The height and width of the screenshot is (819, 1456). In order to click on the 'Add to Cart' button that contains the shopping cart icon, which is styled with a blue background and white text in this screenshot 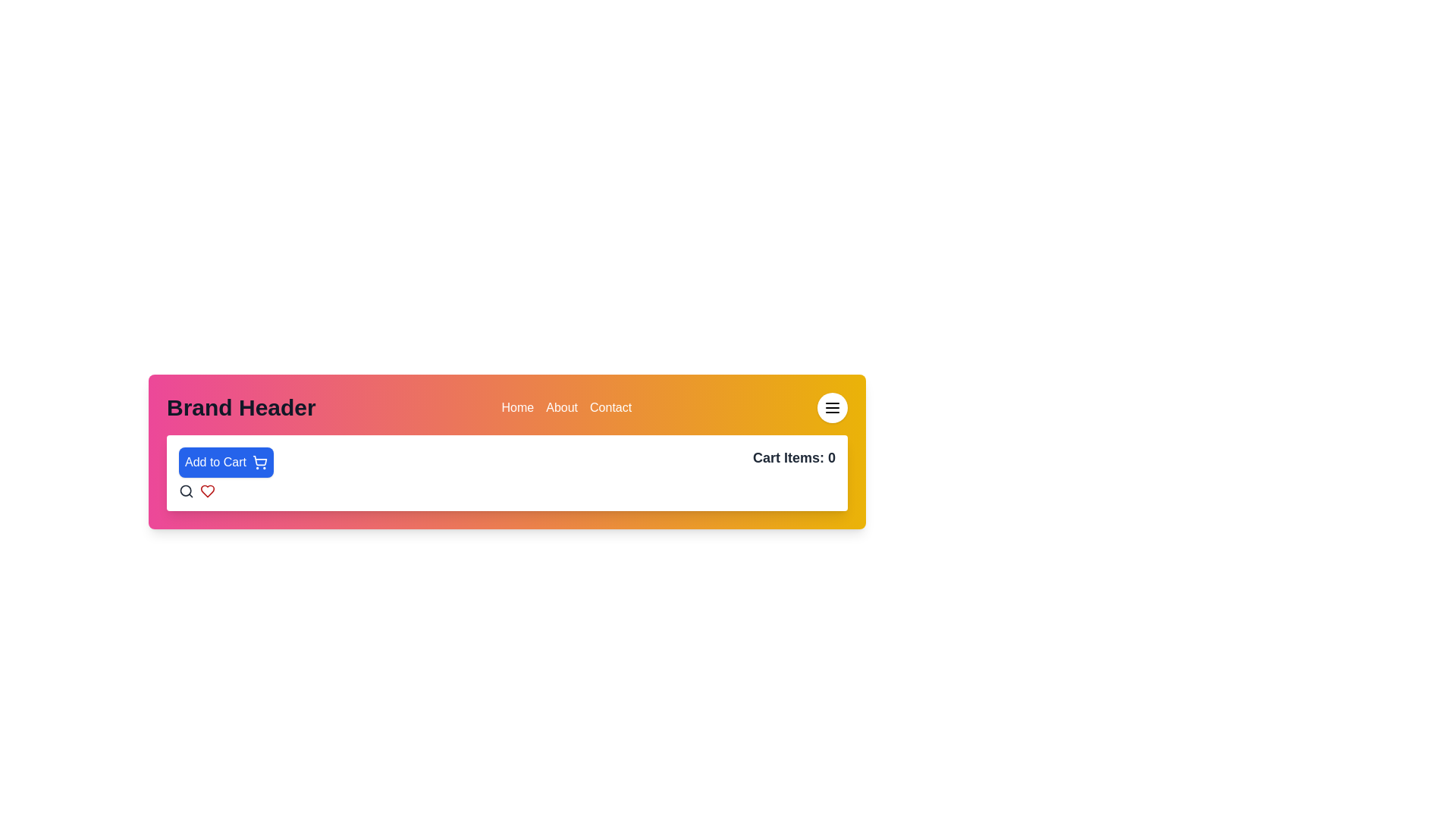, I will do `click(259, 461)`.